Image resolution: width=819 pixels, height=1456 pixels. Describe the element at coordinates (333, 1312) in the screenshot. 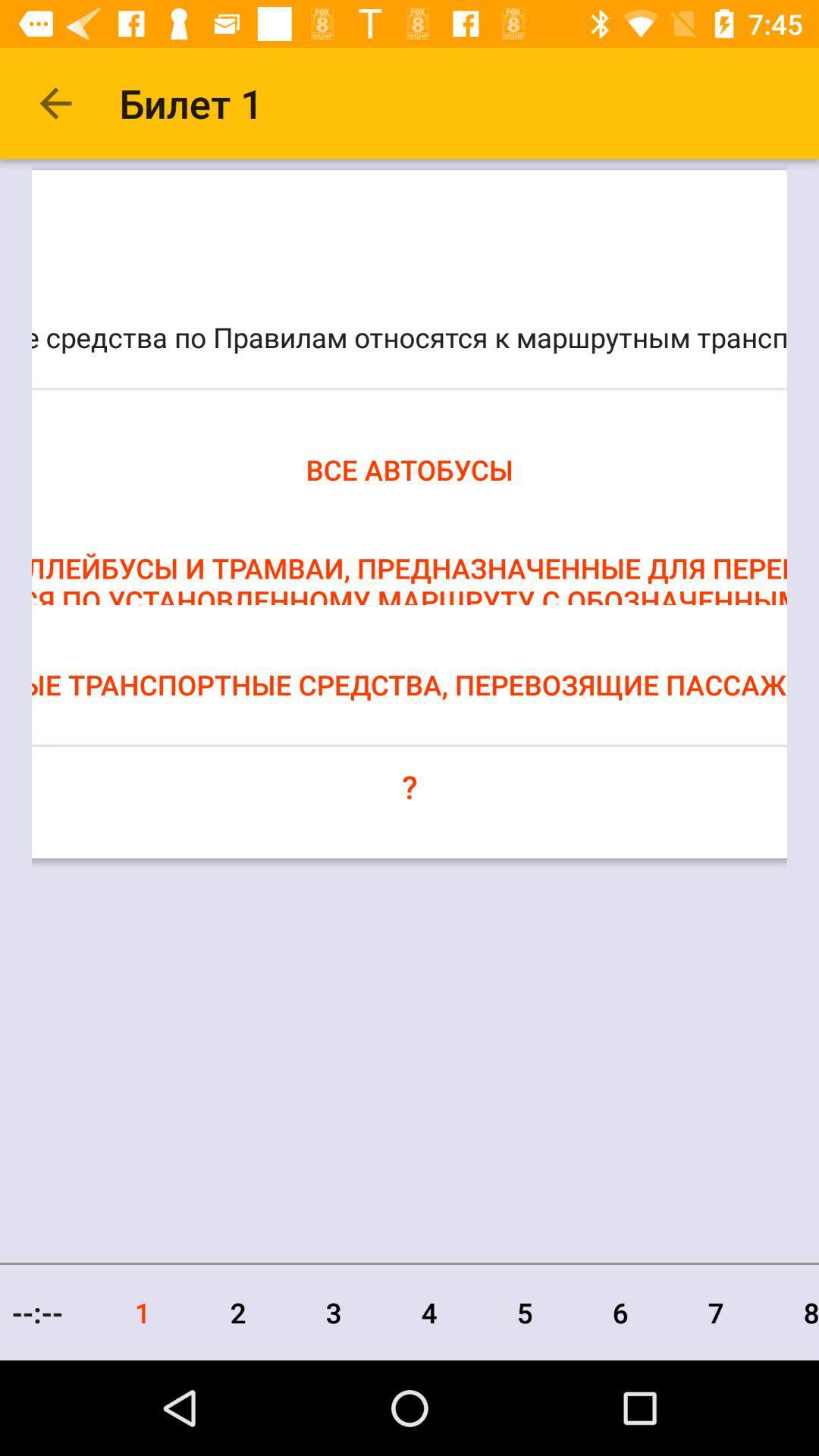

I see `icon to the left of the 4` at that location.